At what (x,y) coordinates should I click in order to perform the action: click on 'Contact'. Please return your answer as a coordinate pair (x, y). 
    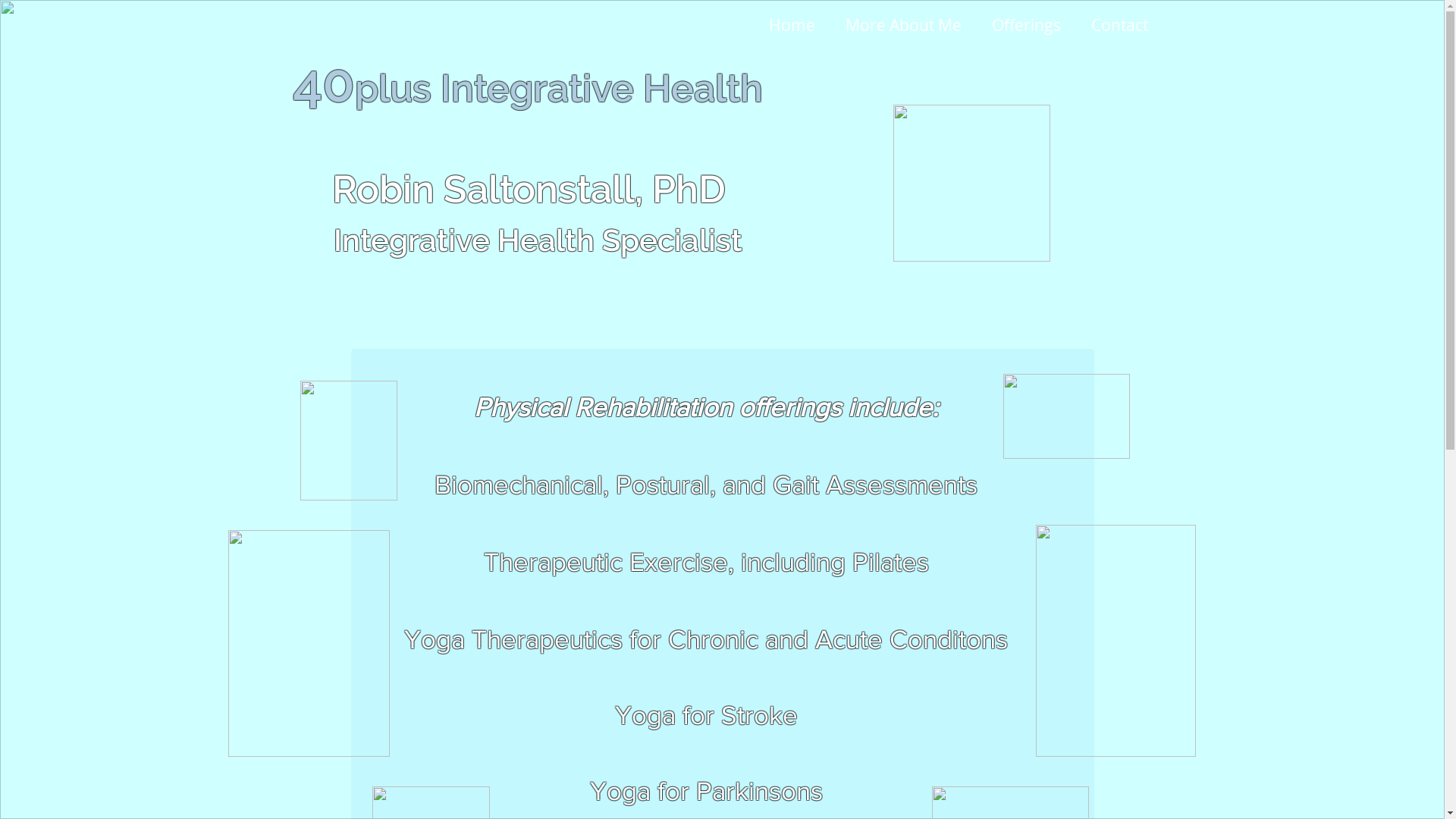
    Looking at the image, I should click on (1119, 25).